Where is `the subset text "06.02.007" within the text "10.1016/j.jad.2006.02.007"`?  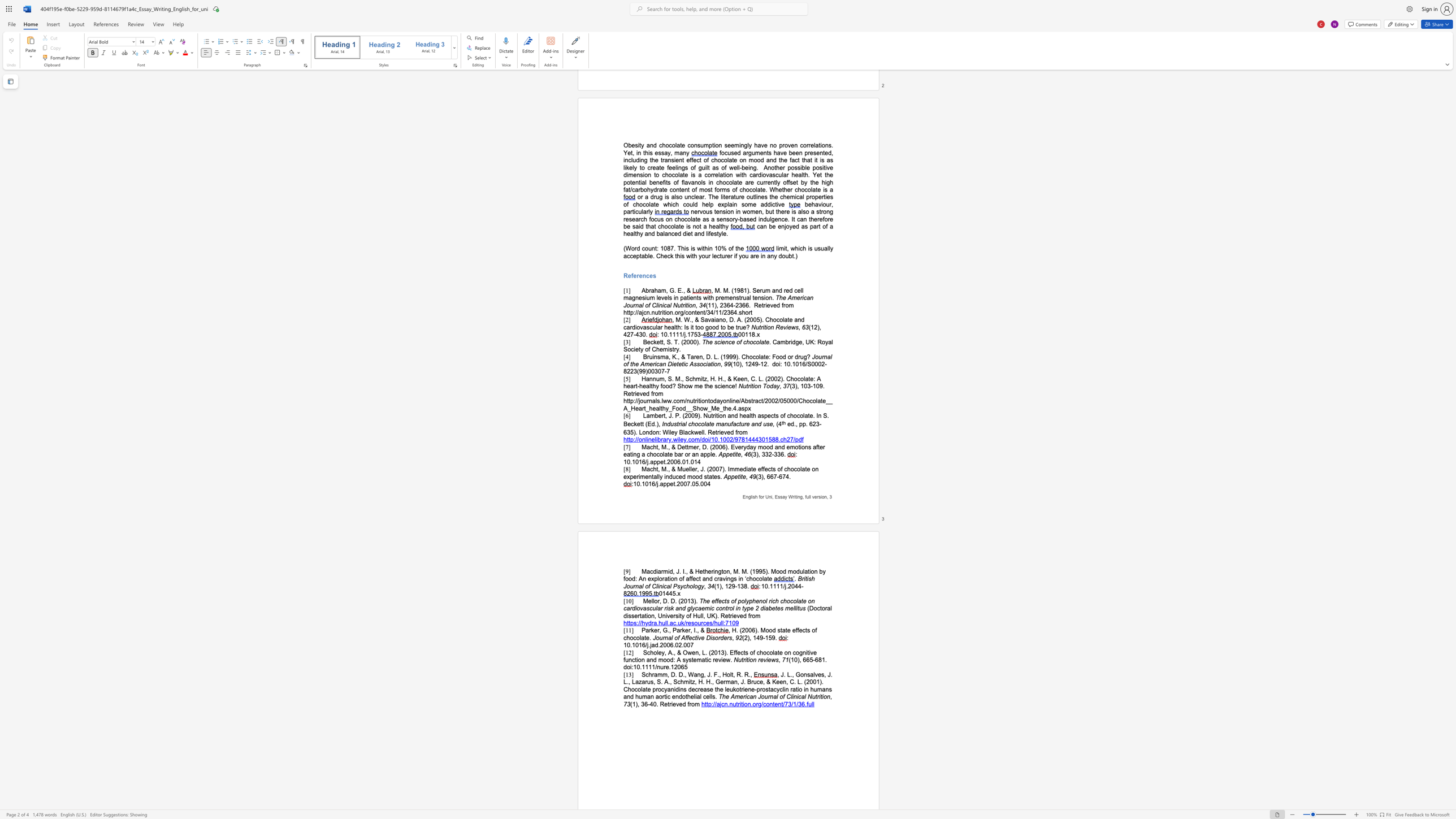
the subset text "06.02.007" within the text "10.1016/j.jad.2006.02.007" is located at coordinates (666, 644).